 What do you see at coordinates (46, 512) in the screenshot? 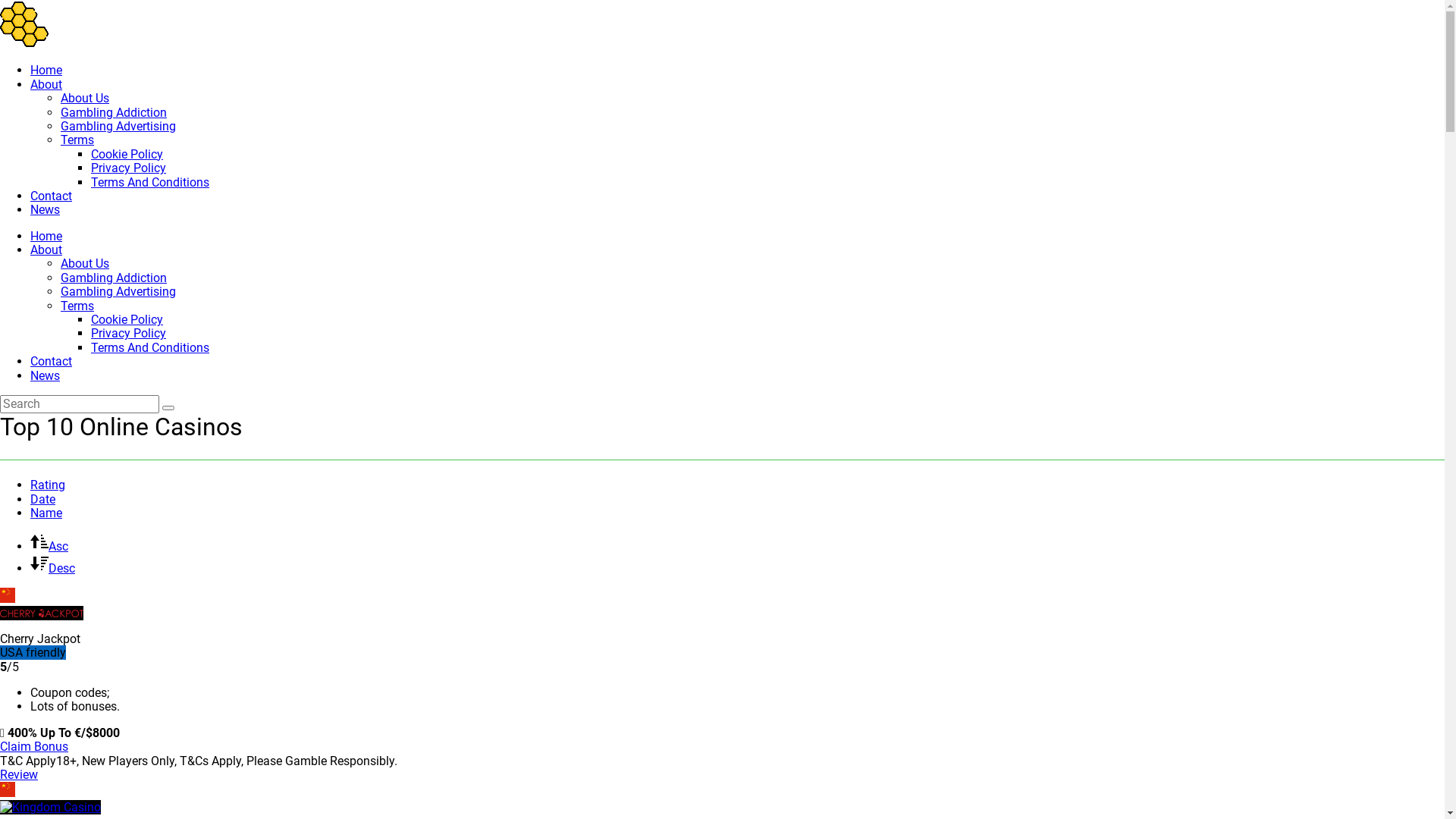
I see `'Name'` at bounding box center [46, 512].